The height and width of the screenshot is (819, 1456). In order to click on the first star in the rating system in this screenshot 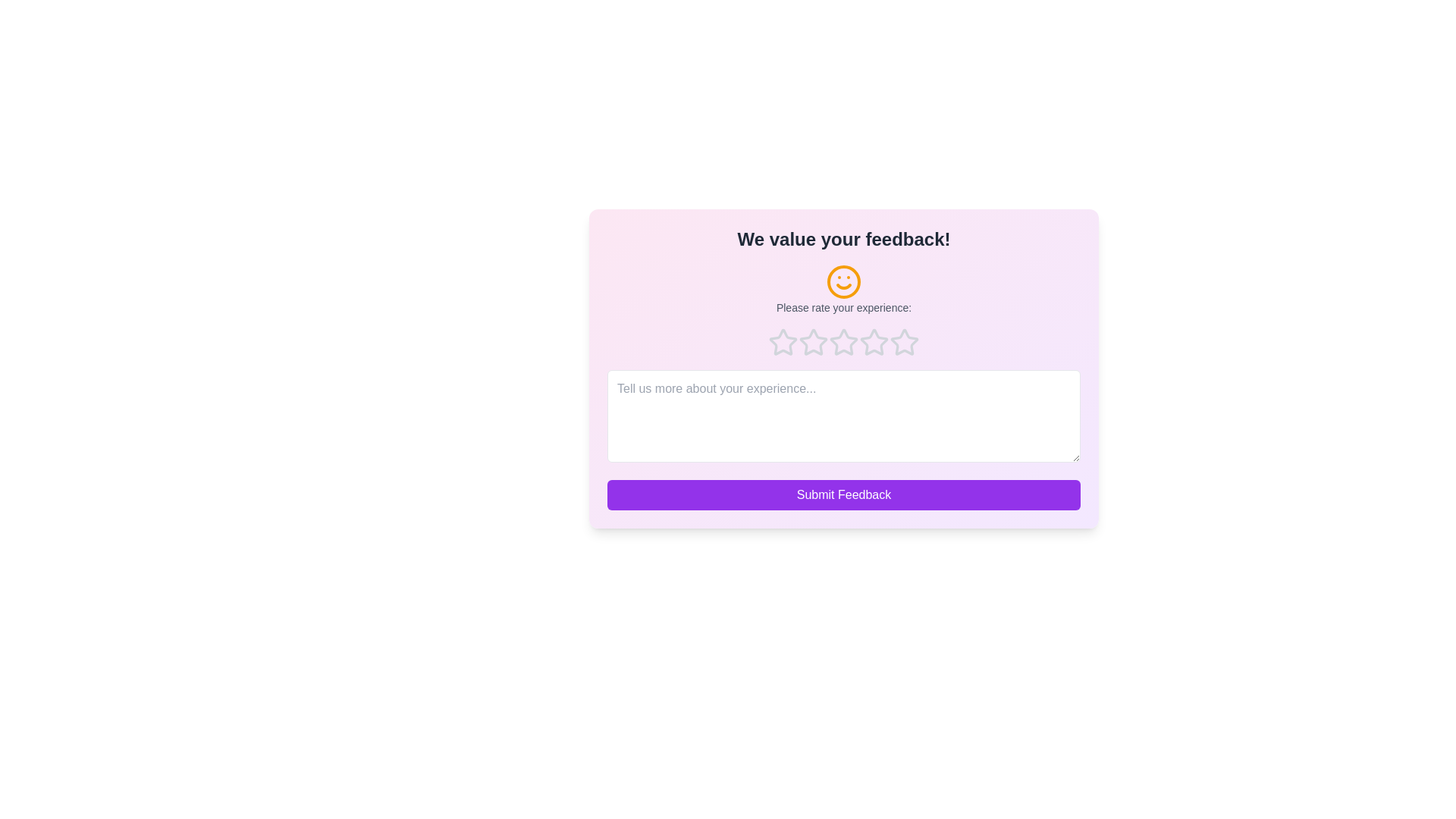, I will do `click(783, 342)`.